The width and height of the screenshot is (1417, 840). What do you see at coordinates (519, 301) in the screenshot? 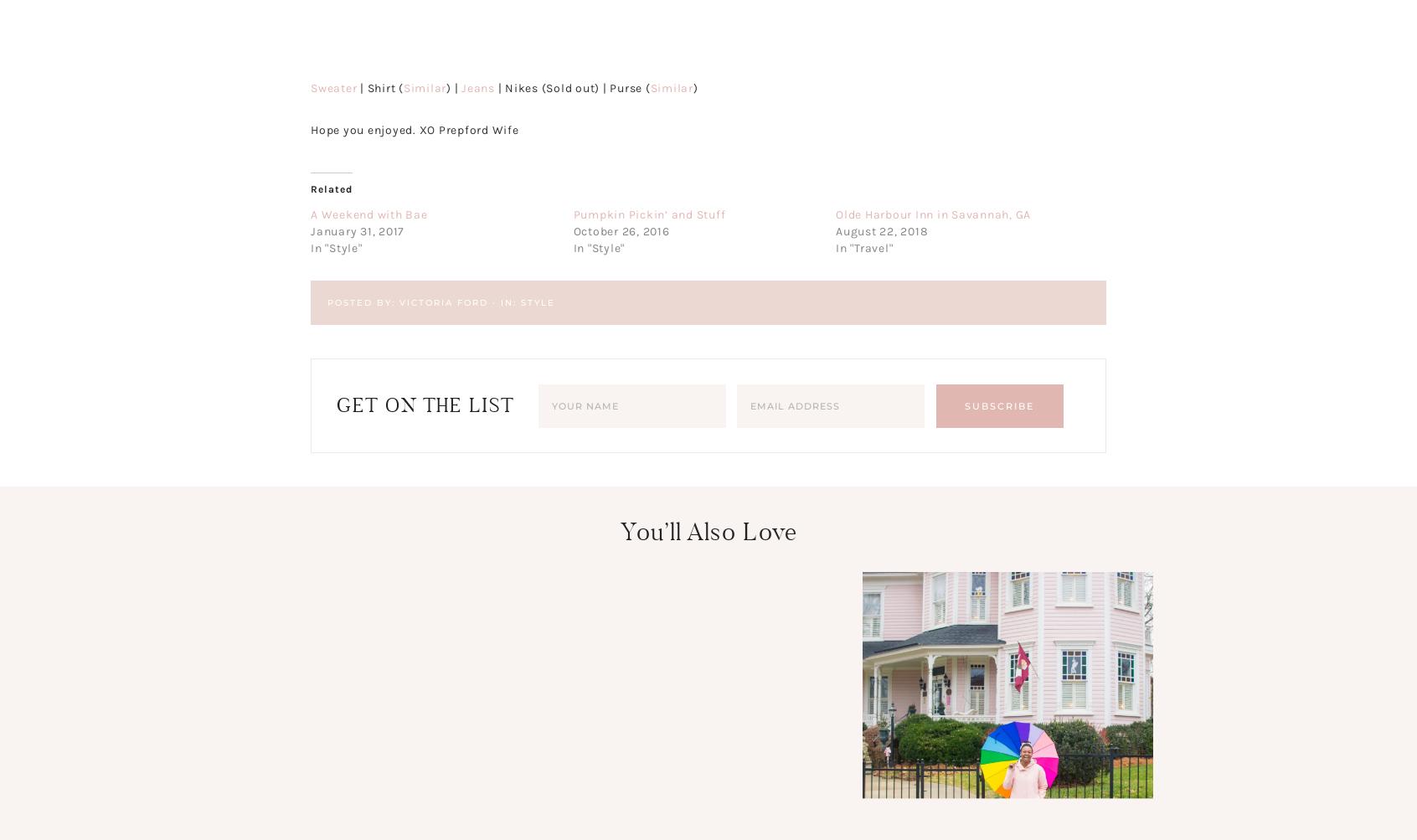
I see `'Style'` at bounding box center [519, 301].